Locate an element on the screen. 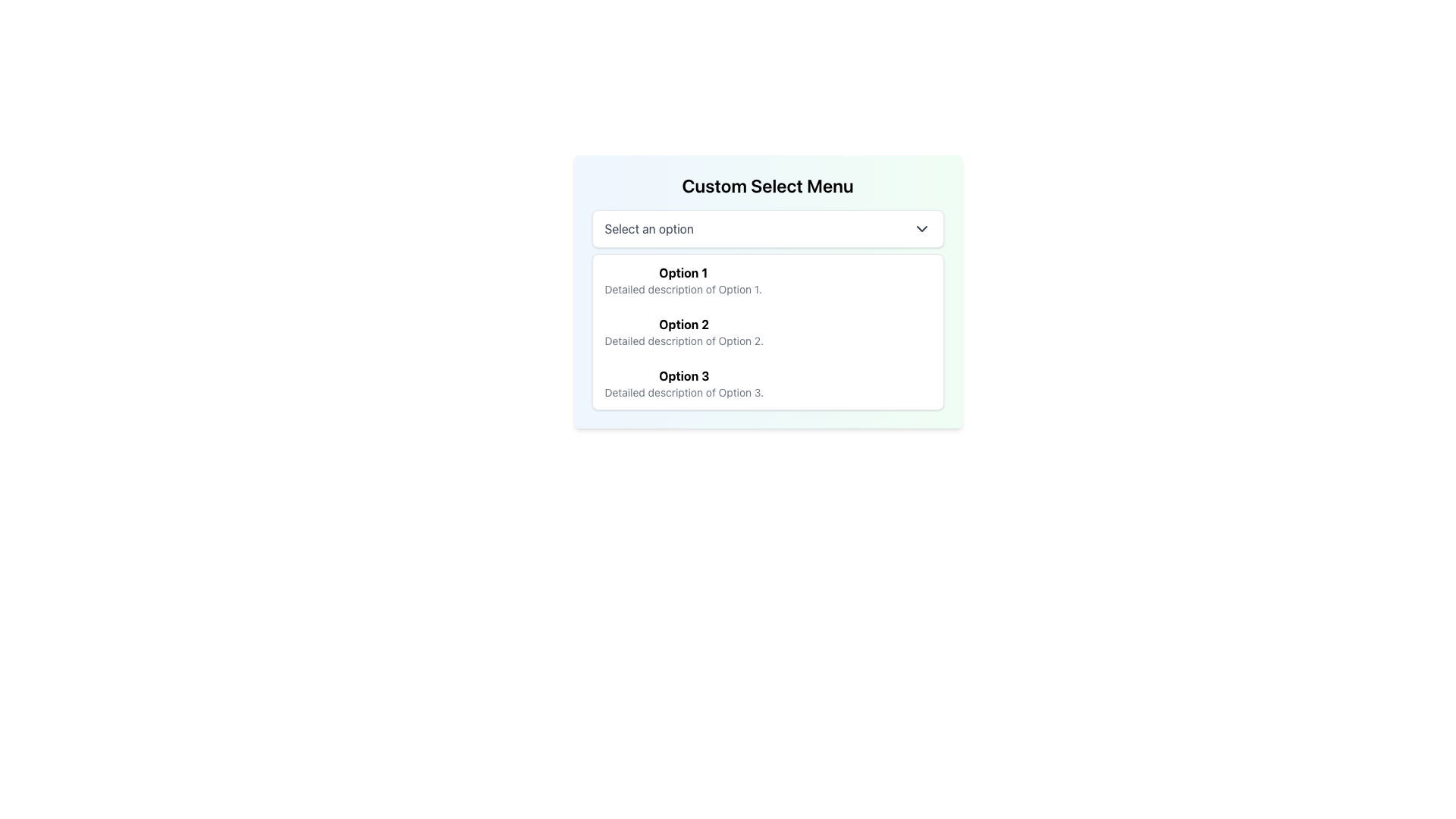 Image resolution: width=1456 pixels, height=819 pixels. the dropdown button located at the top of the dropdown menu is located at coordinates (767, 228).